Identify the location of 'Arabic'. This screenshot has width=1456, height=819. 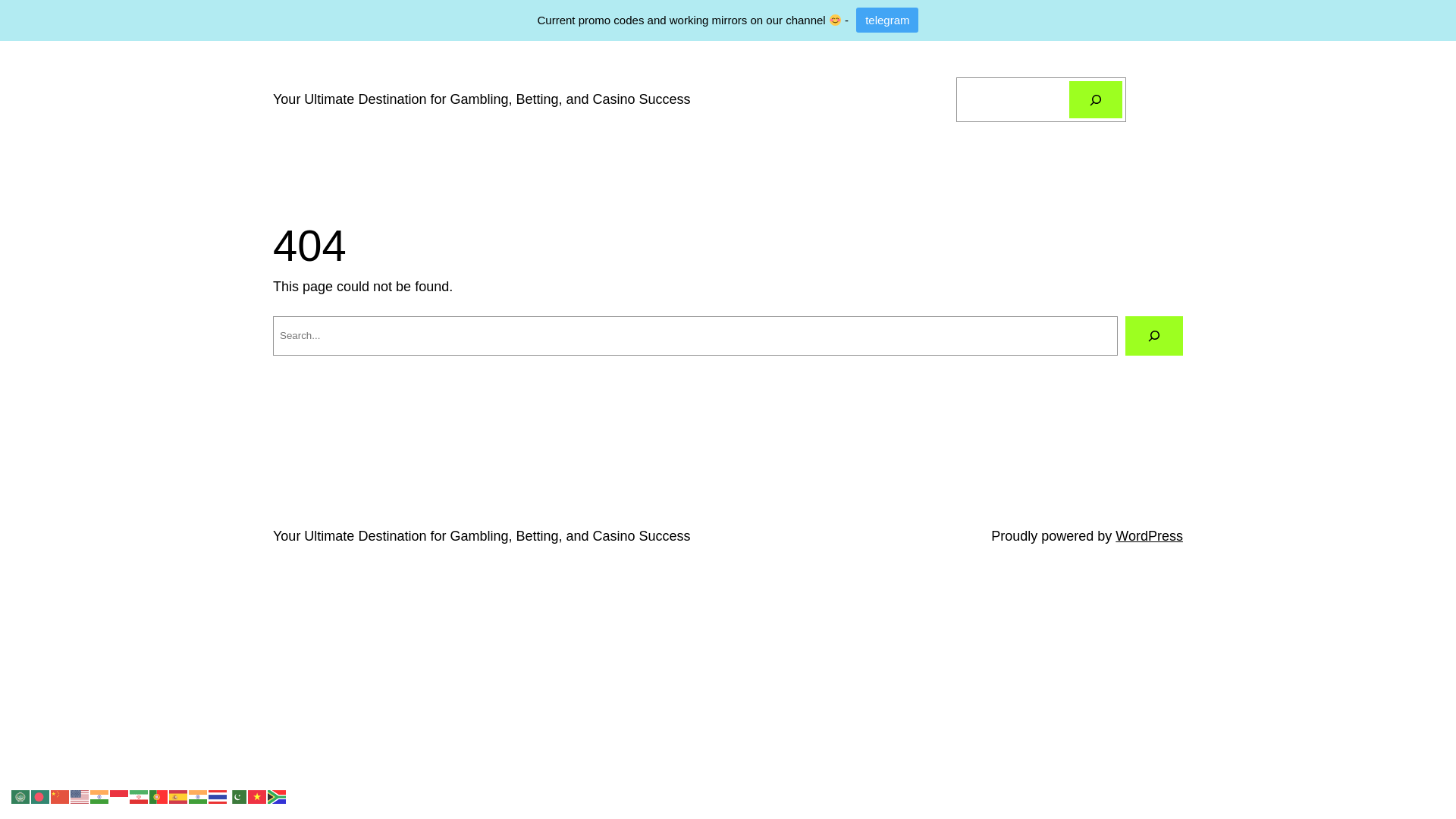
(21, 795).